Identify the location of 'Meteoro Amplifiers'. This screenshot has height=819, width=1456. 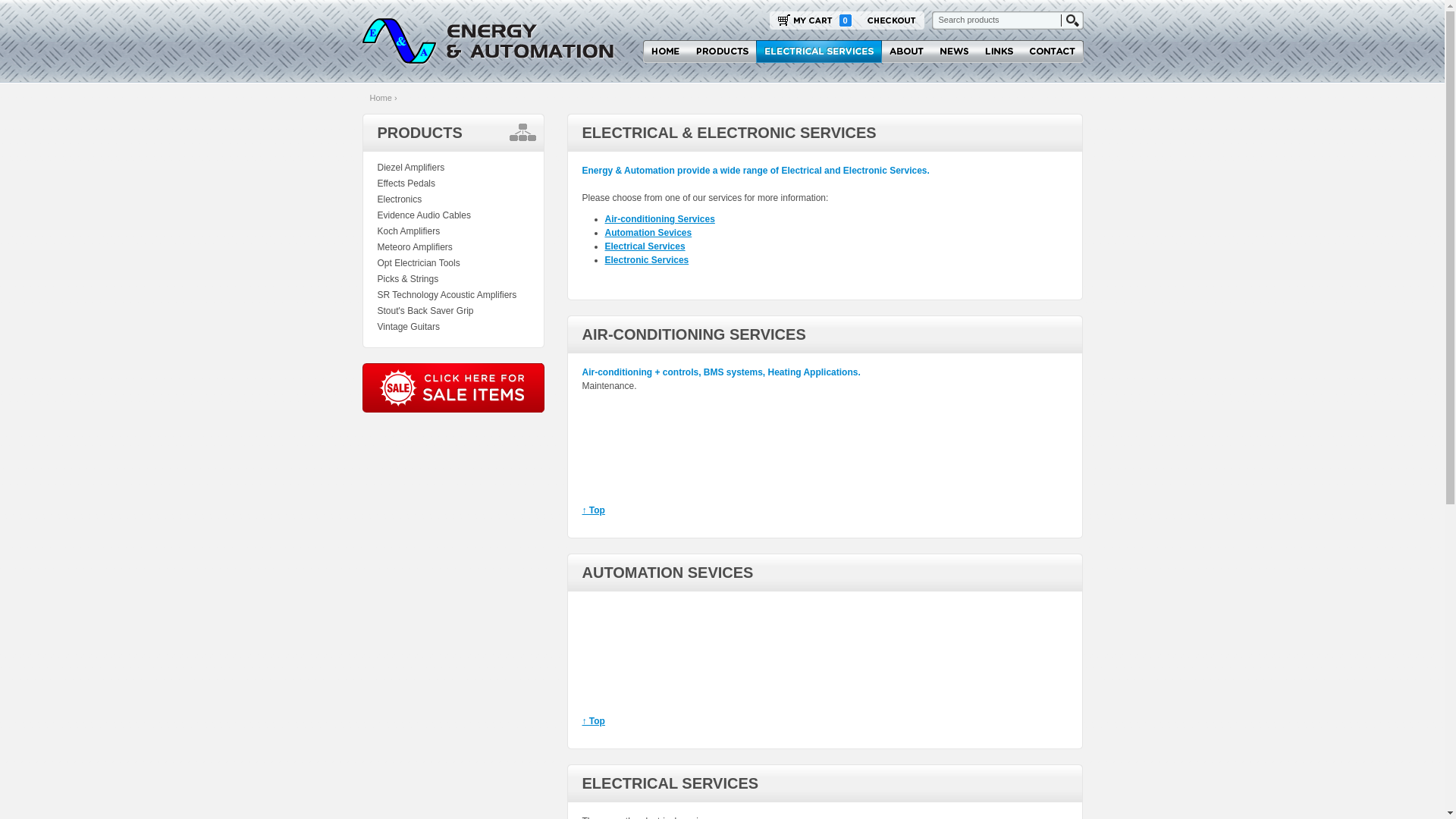
(414, 246).